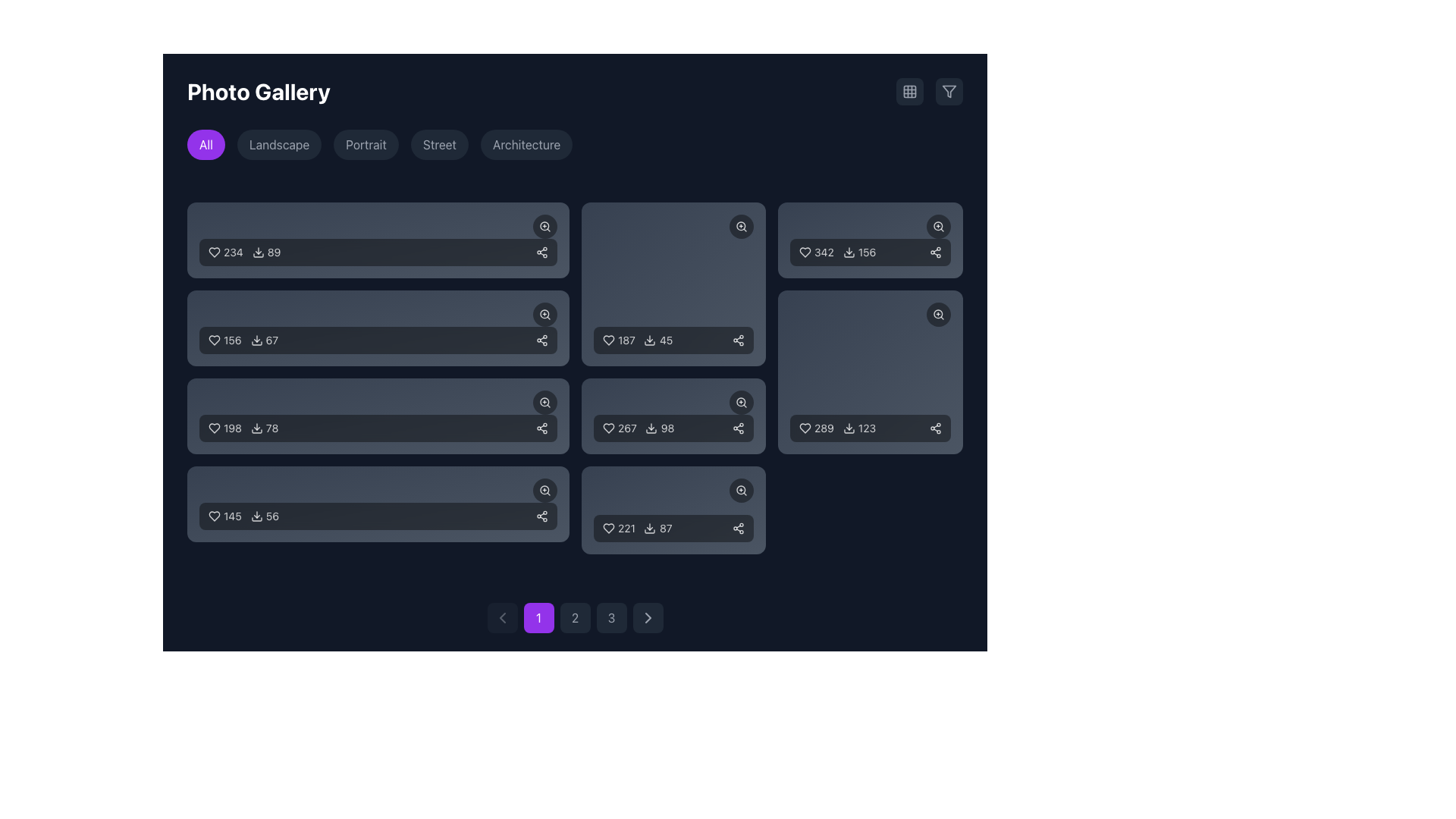 This screenshot has height=819, width=1456. What do you see at coordinates (544, 401) in the screenshot?
I see `the circular magnifying glass icon located in the bottom row of the gallery grid` at bounding box center [544, 401].